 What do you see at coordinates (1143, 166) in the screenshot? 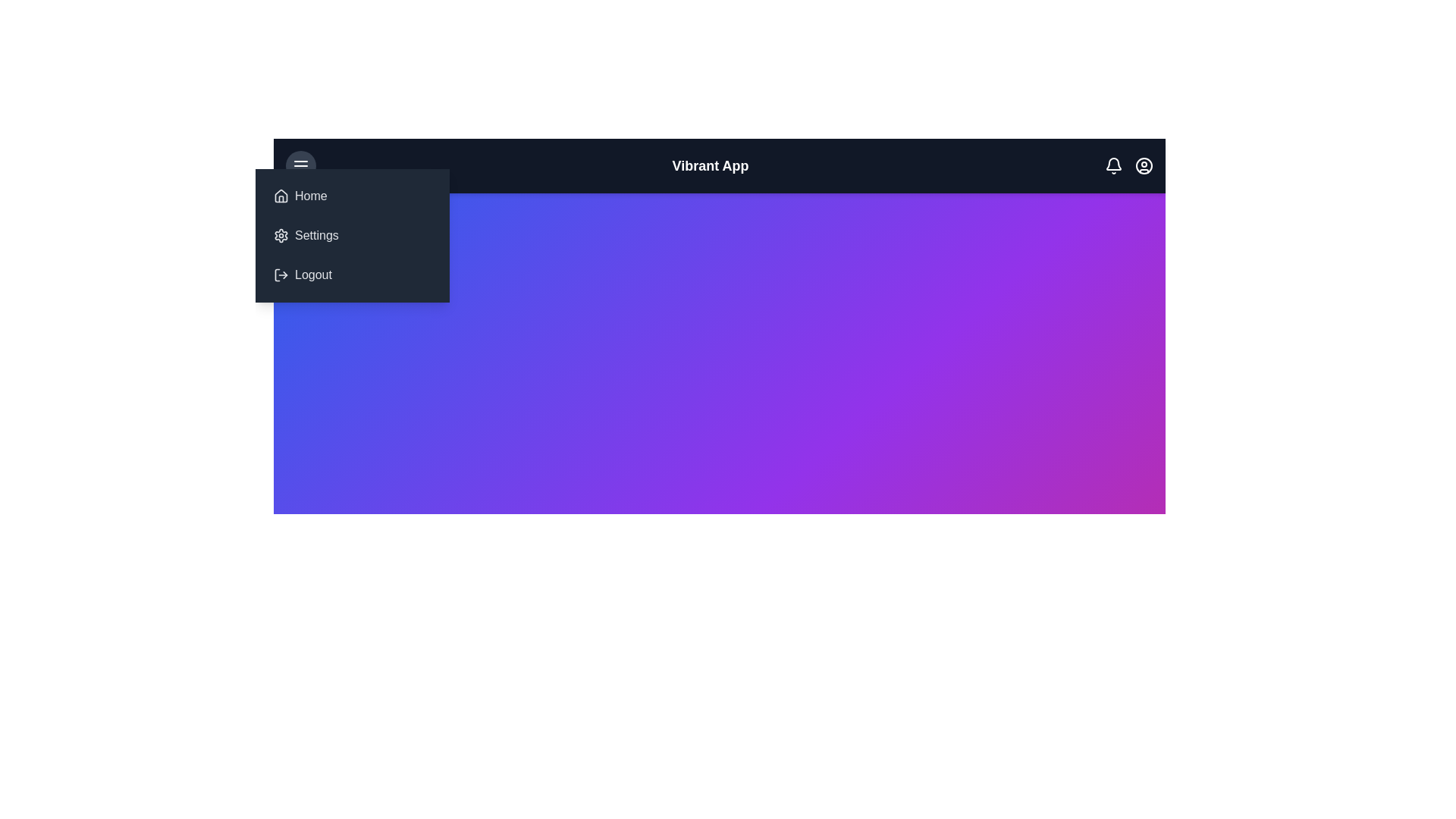
I see `the user profile icon located at the top-right corner of the app bar` at bounding box center [1143, 166].